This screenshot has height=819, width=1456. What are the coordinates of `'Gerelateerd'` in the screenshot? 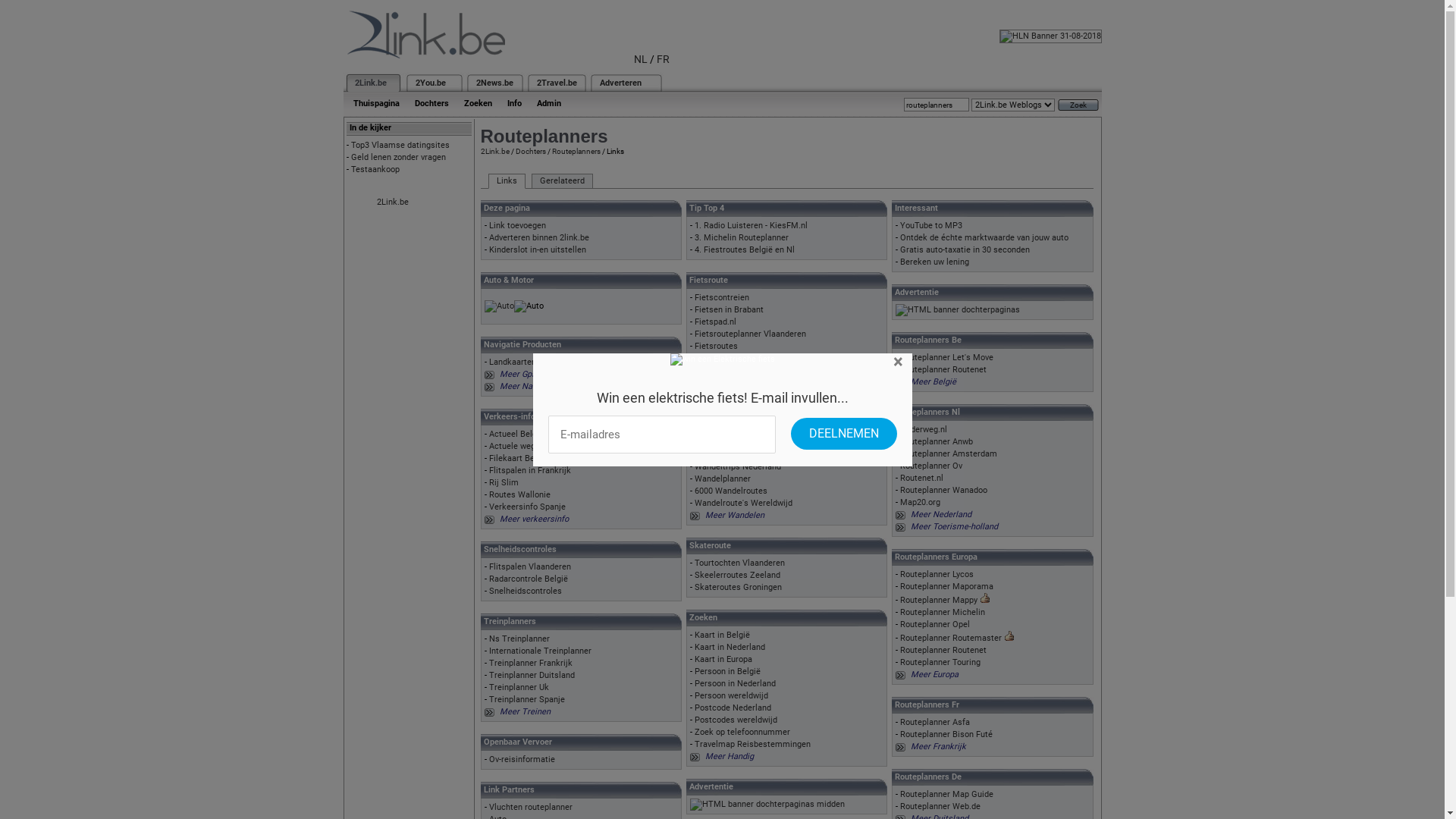 It's located at (560, 180).